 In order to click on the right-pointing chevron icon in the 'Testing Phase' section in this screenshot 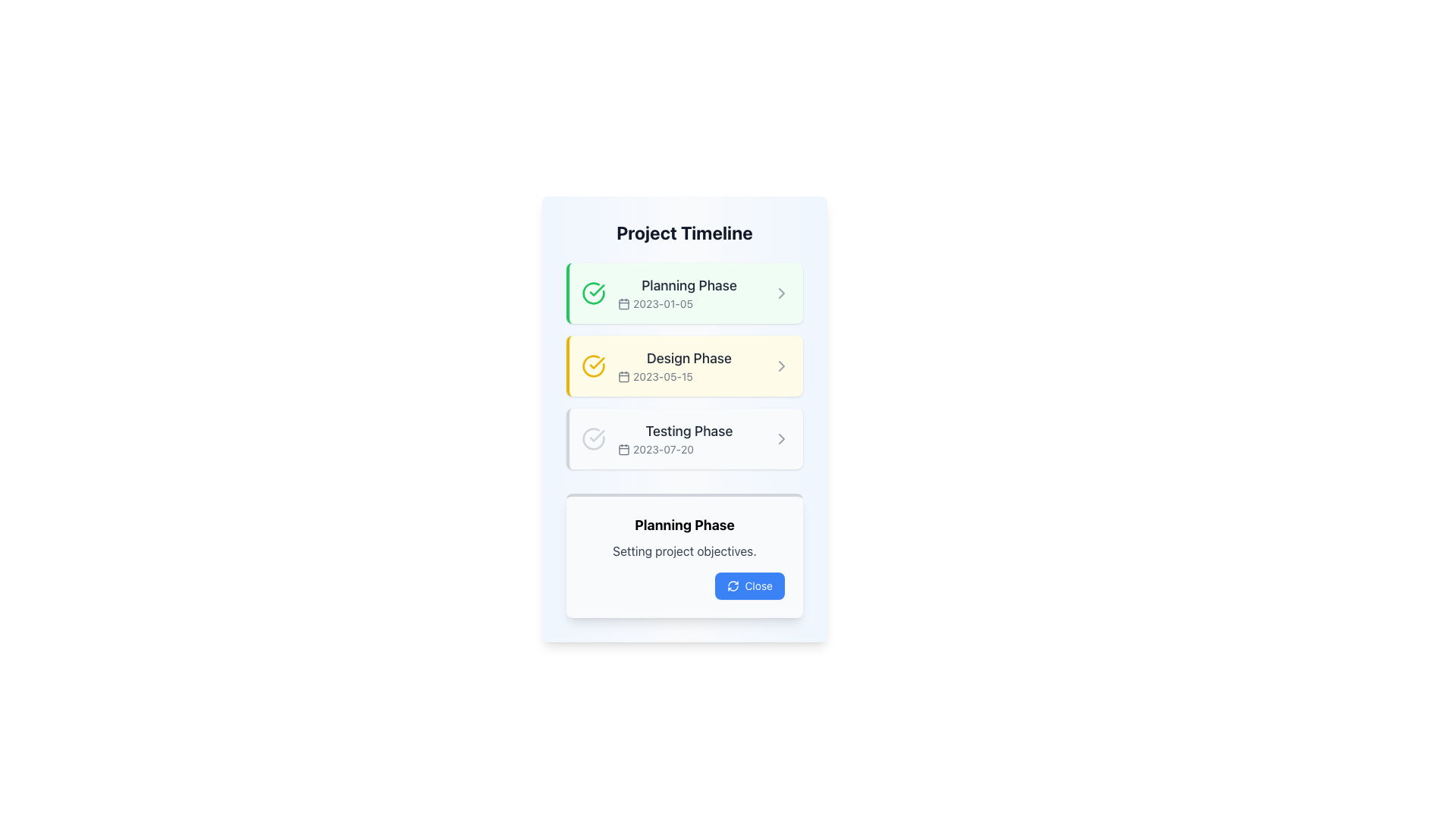, I will do `click(782, 438)`.